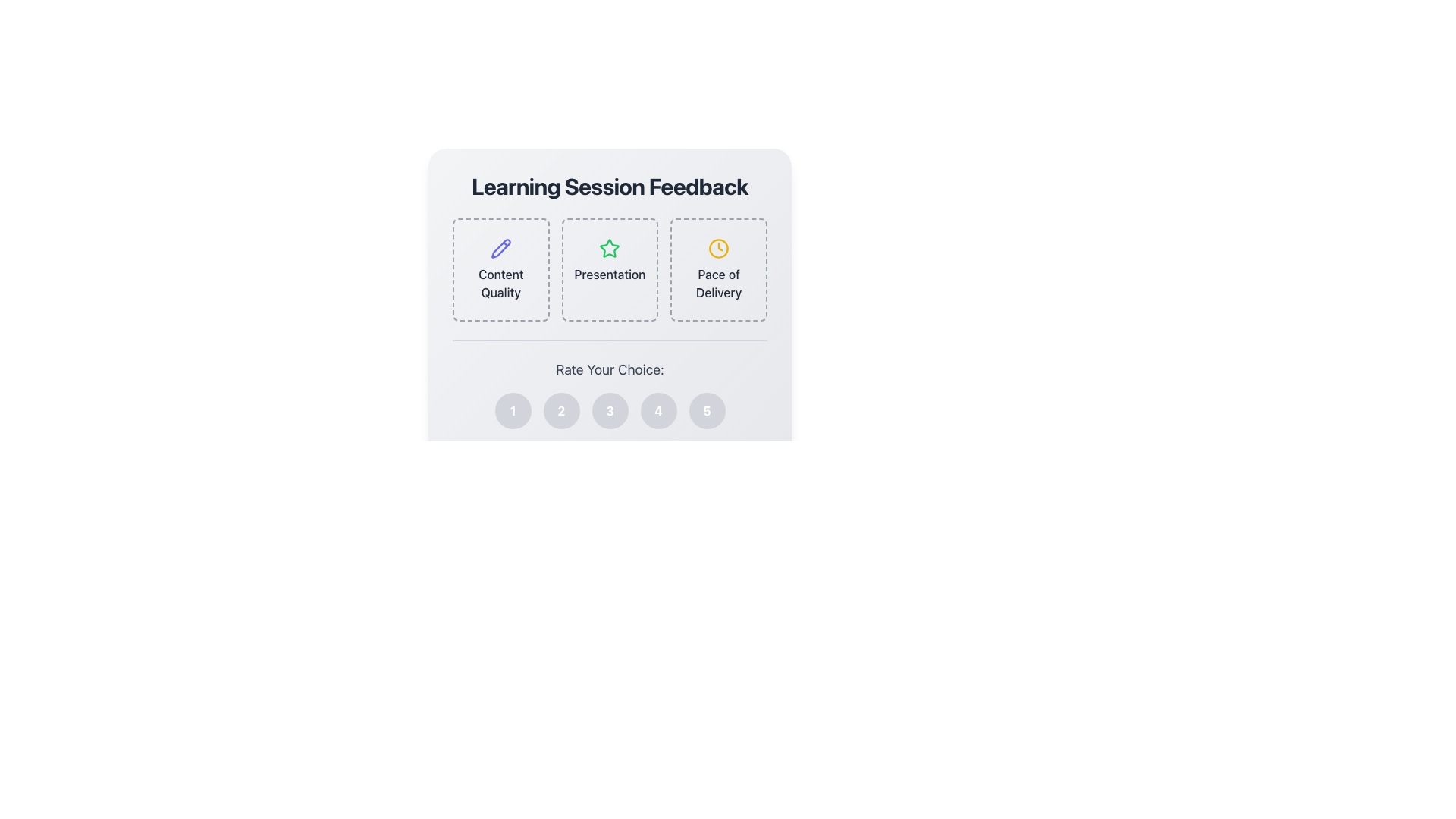  I want to click on the graphical icon resembling a pencil, which indicates an edit function and is labeled 'Content Quality' below it, so click(500, 247).